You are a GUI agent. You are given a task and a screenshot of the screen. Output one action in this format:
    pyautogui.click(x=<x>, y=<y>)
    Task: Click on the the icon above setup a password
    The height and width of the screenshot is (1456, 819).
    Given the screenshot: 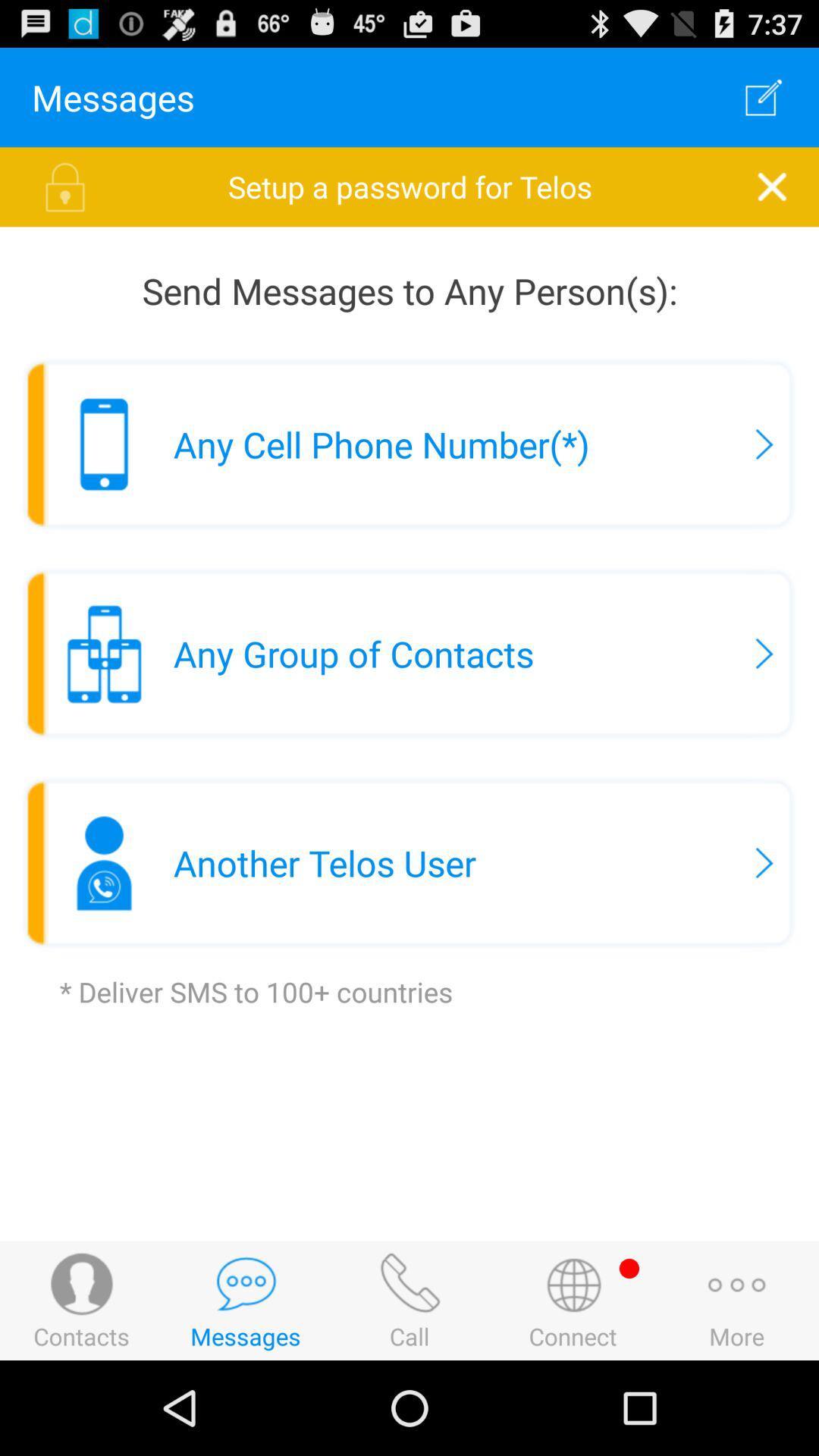 What is the action you would take?
    pyautogui.click(x=764, y=96)
    